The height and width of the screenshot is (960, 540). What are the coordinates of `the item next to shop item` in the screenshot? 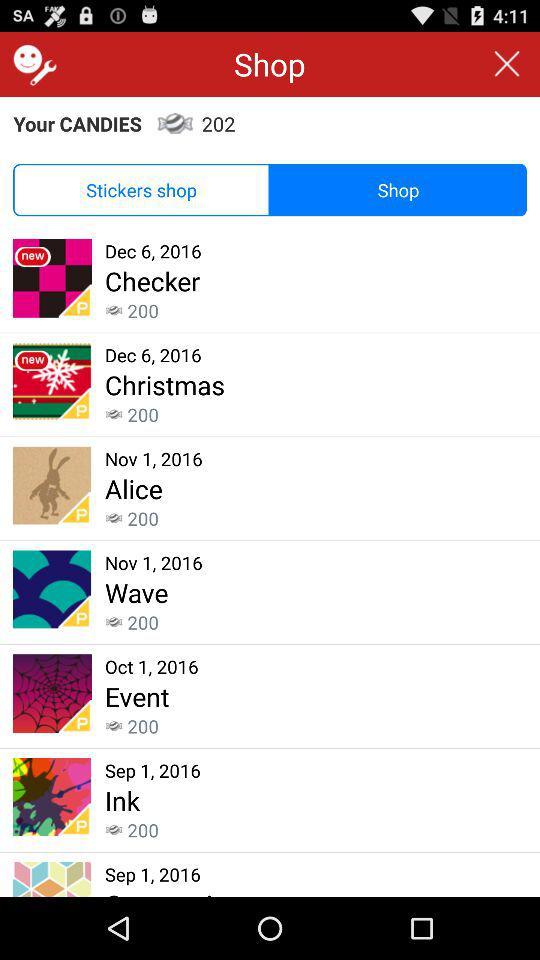 It's located at (140, 190).